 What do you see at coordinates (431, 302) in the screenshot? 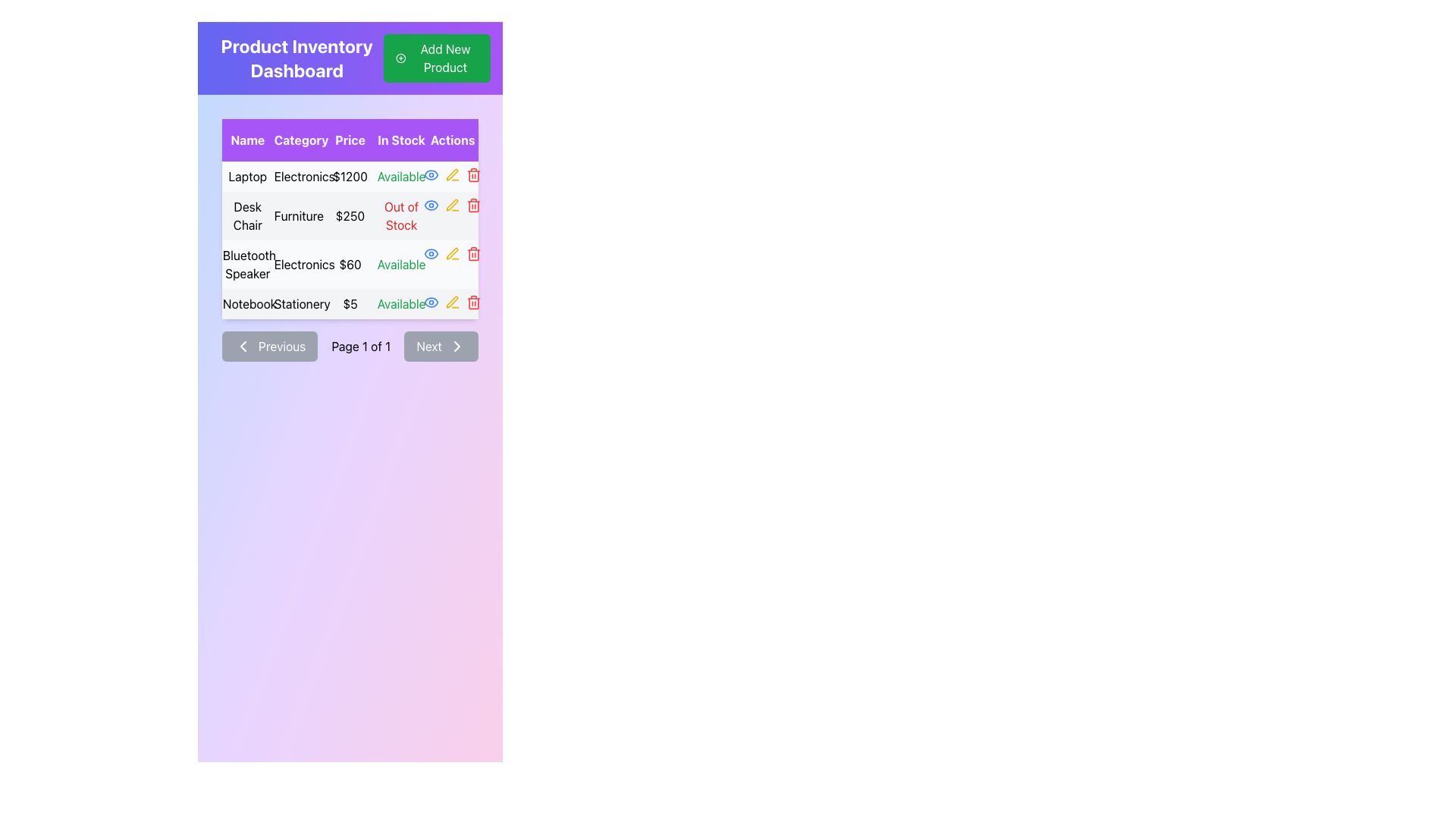
I see `the eye icon in the 'Actions' column of the fourth row in the table` at bounding box center [431, 302].